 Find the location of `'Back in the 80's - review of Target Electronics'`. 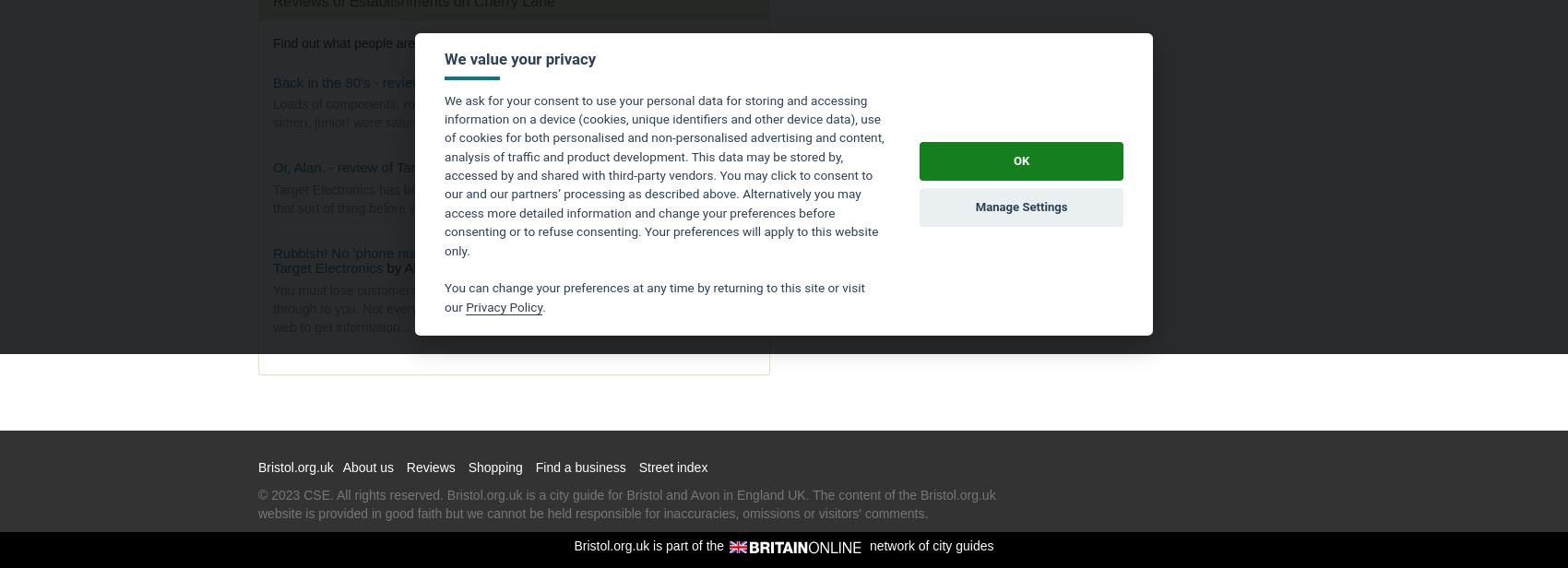

'Back in the 80's - review of Target Electronics' is located at coordinates (411, 81).